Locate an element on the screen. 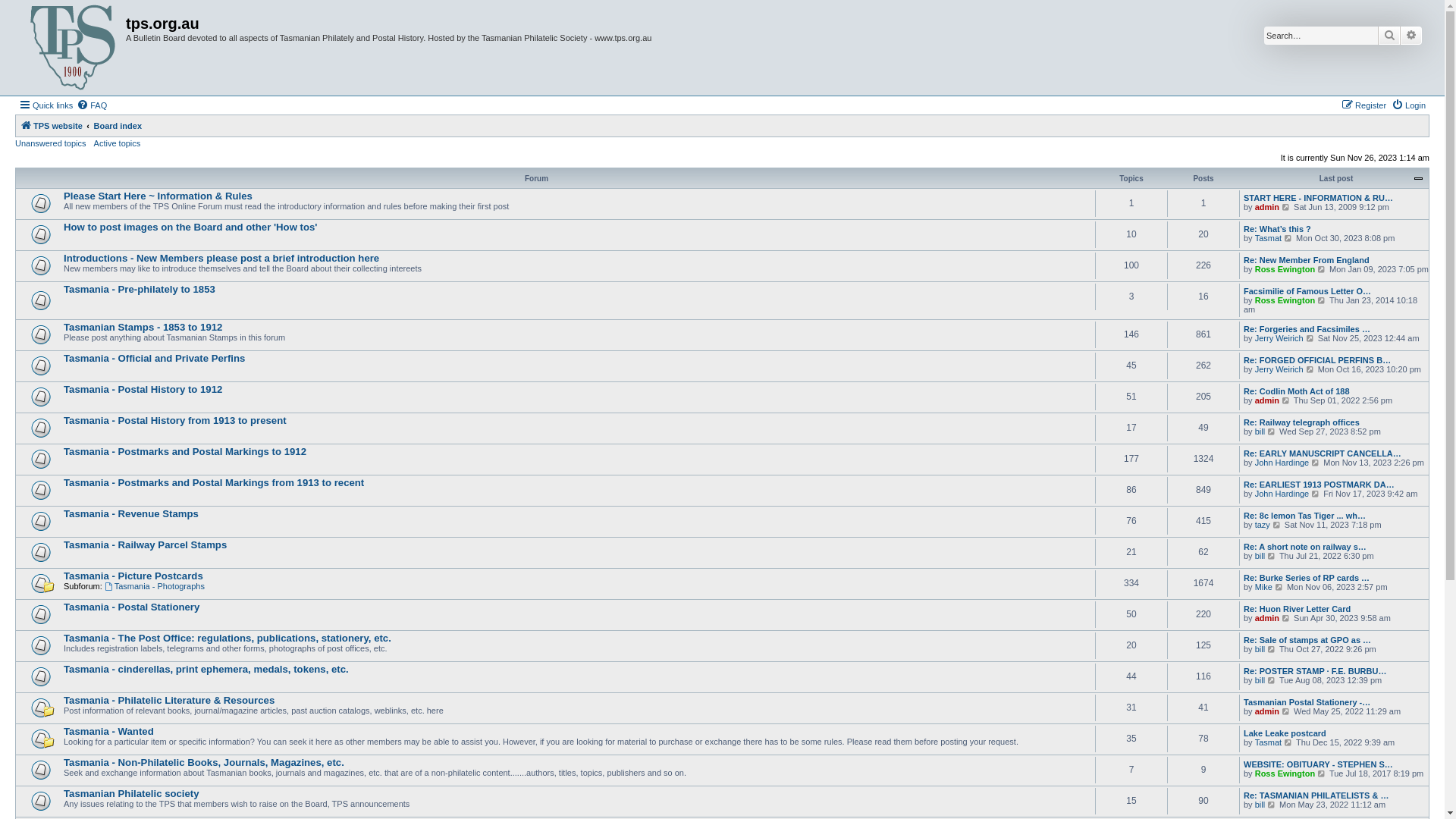  'Jerry Weirich' is located at coordinates (1278, 337).